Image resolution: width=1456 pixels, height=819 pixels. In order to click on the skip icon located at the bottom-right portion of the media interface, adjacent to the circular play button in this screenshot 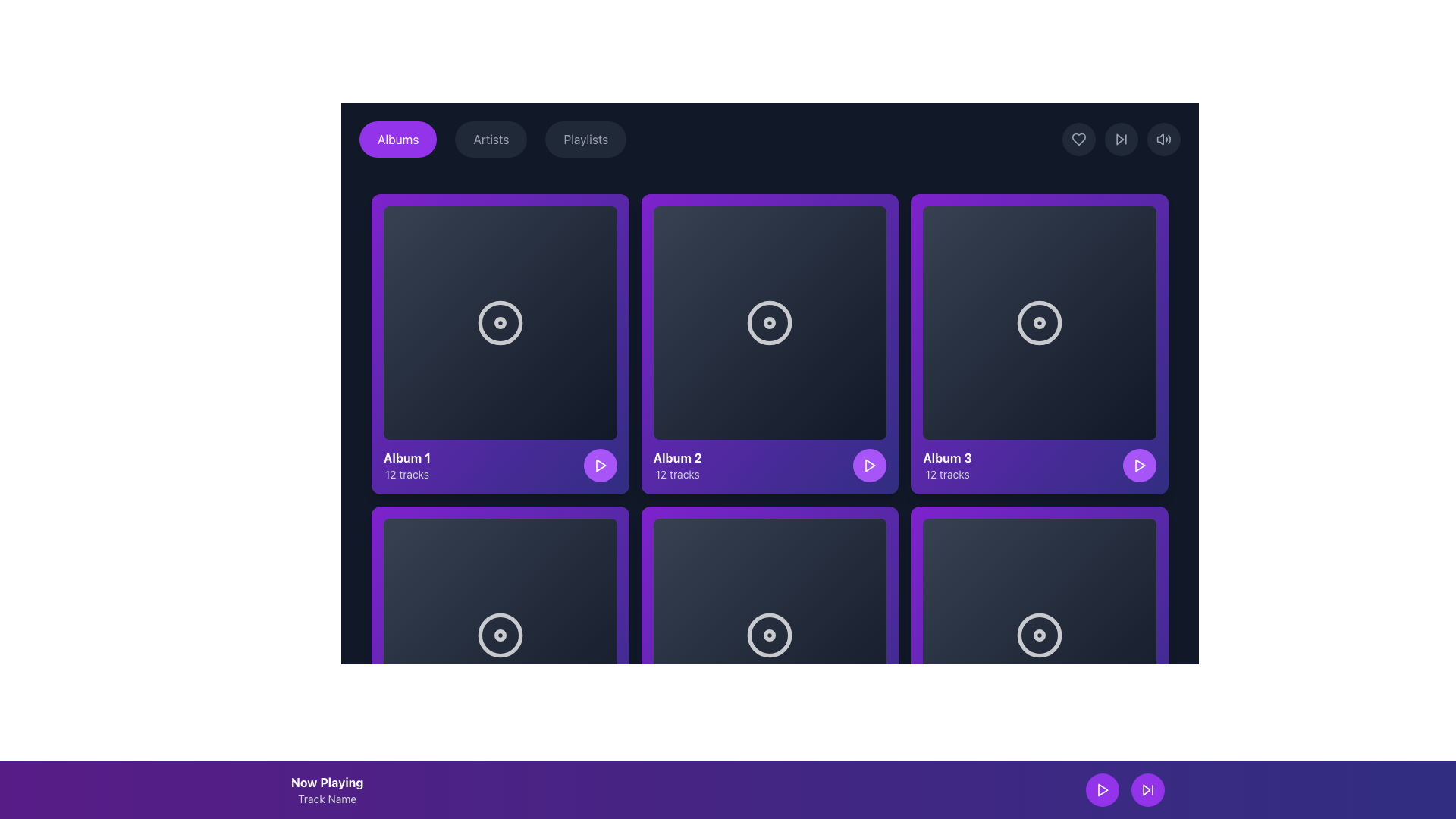, I will do `click(1147, 789)`.